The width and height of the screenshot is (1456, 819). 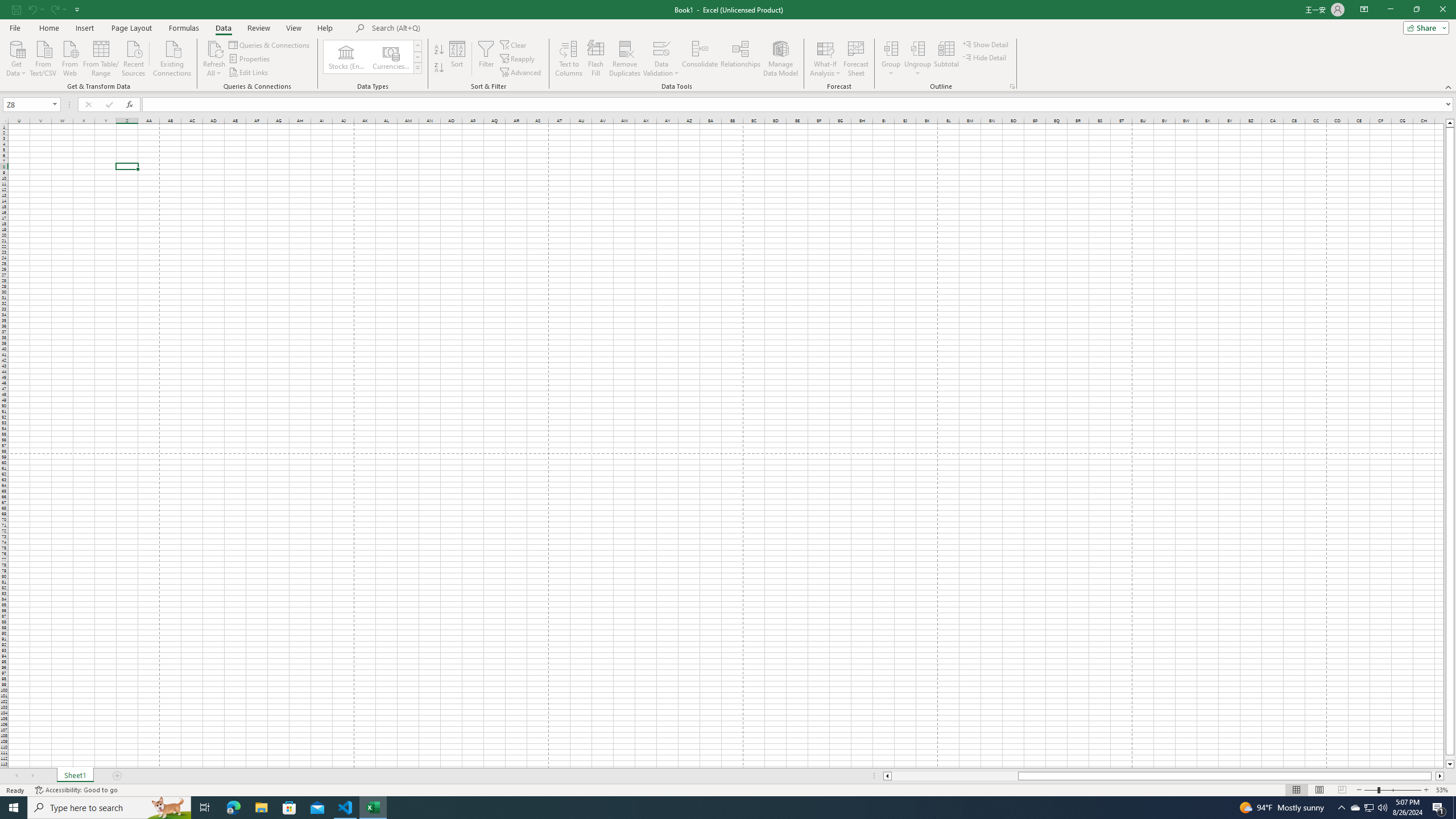 I want to click on 'Reapply', so click(x=518, y=59).